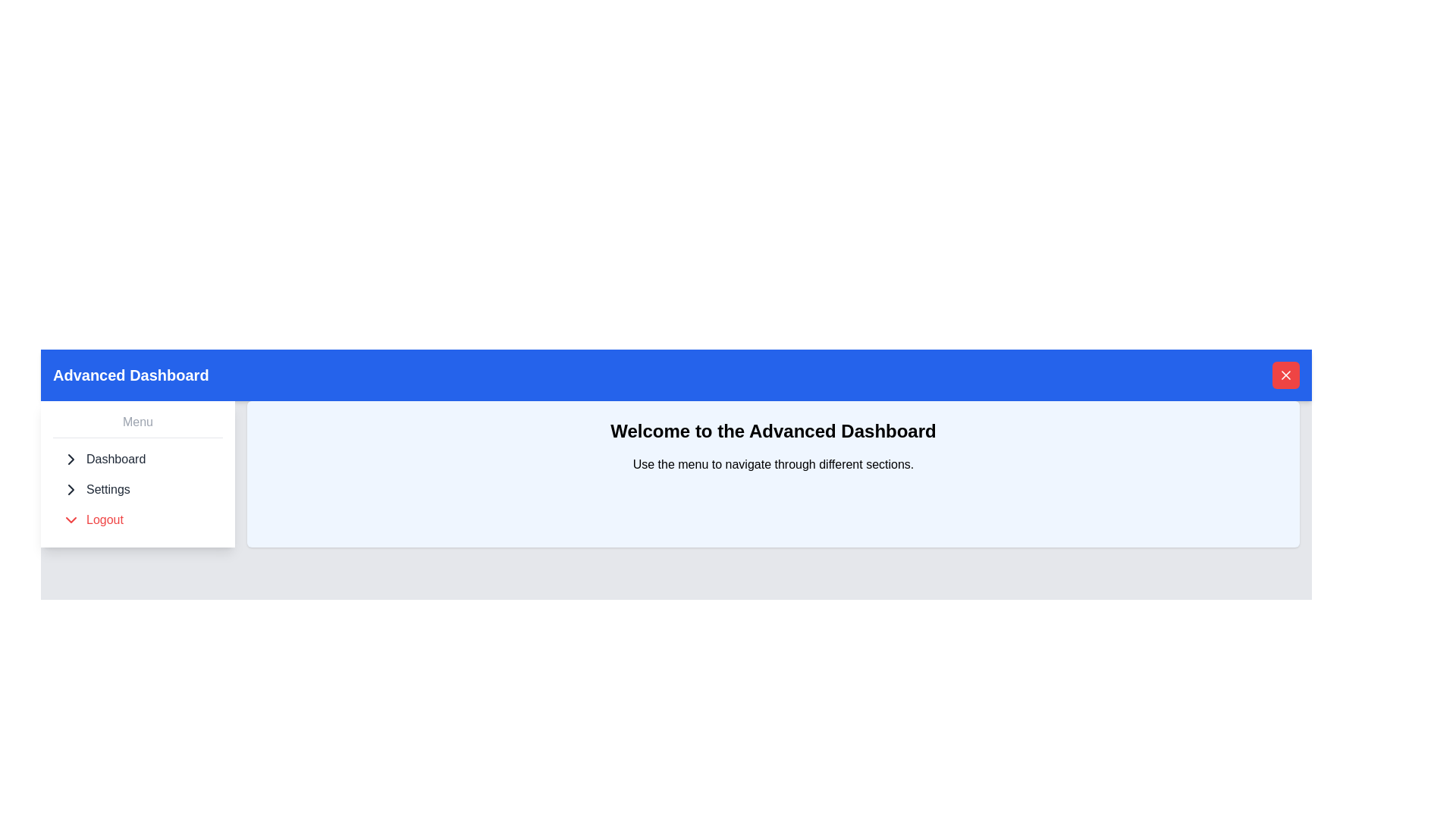 This screenshot has height=819, width=1456. I want to click on the 'Logout' button located at the bottom of the left sidebar menu, directly below the 'Settings' option, so click(138, 519).